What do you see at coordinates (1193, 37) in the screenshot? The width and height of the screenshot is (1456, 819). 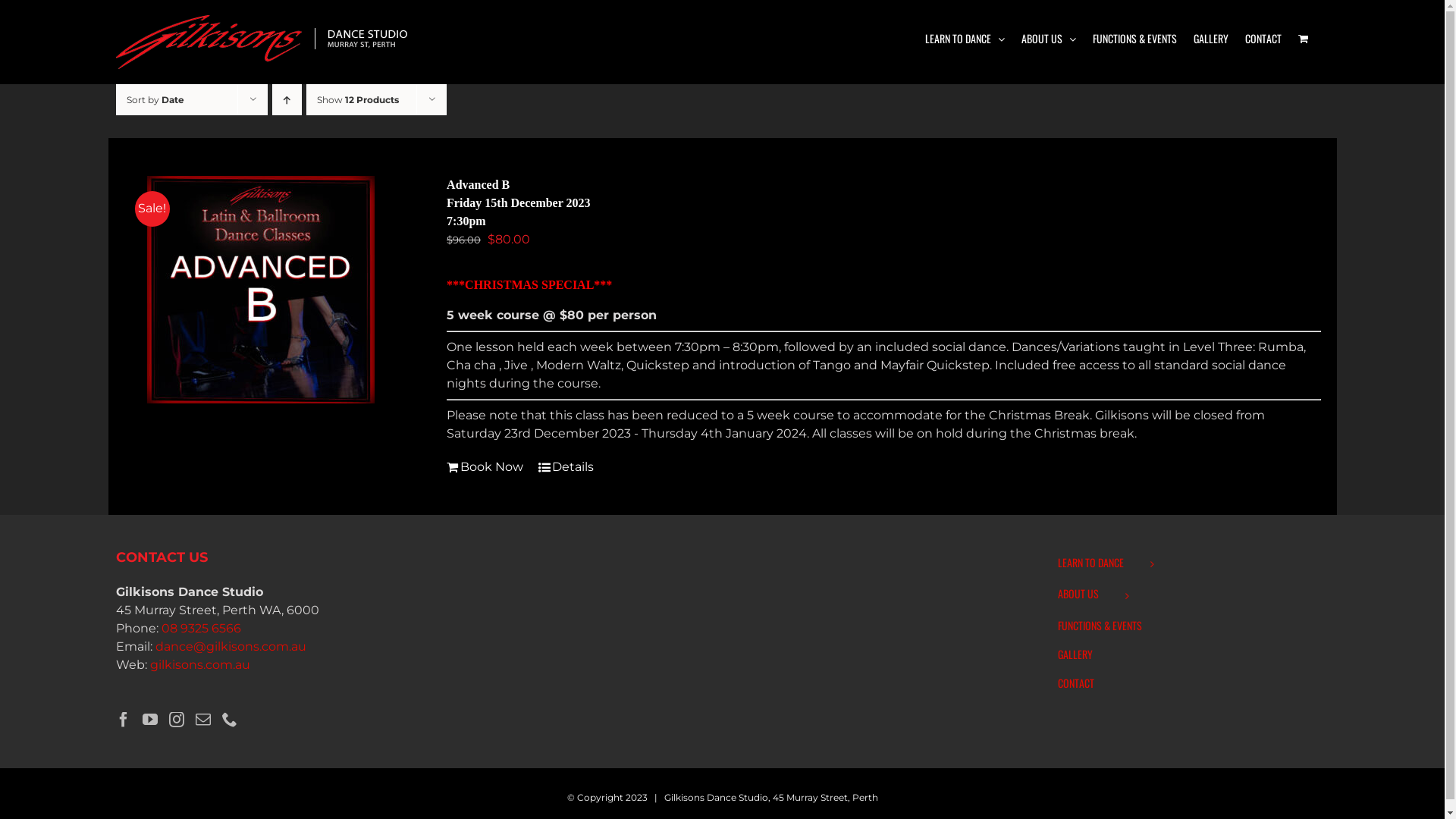 I see `'GALLERY'` at bounding box center [1193, 37].